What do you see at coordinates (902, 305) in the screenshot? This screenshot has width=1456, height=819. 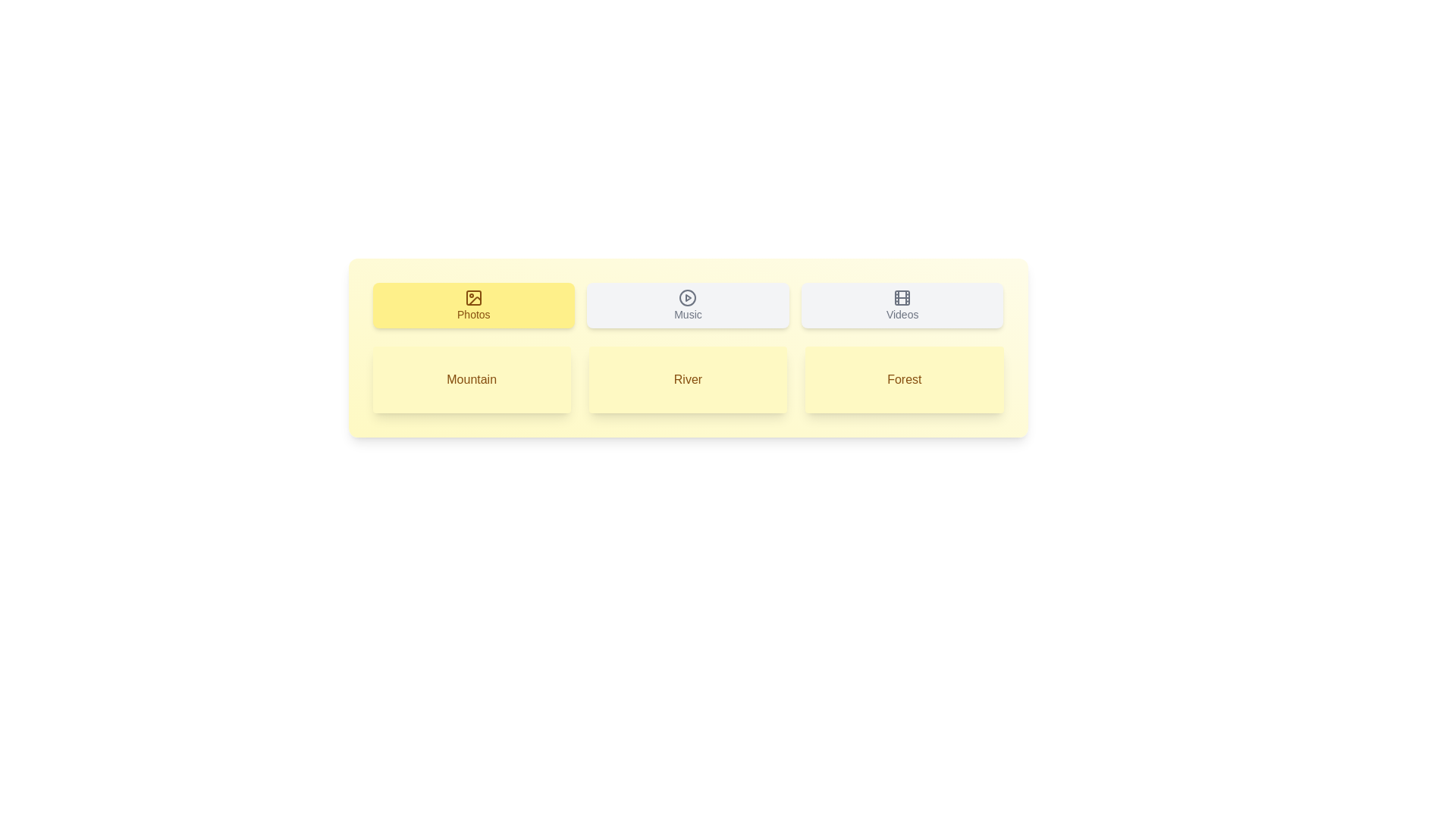 I see `the Videos tab to view its content` at bounding box center [902, 305].